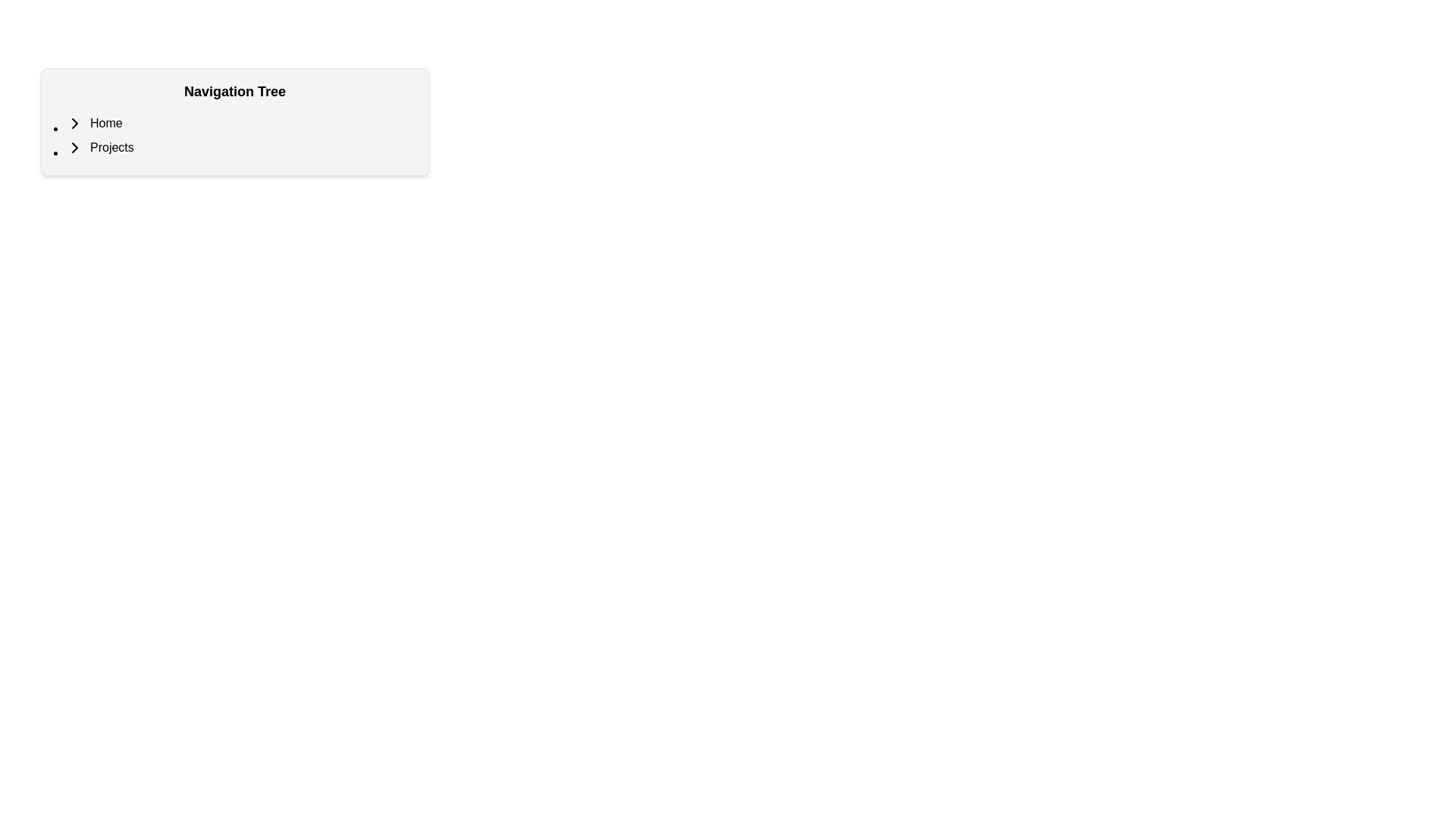 This screenshot has width=1456, height=819. I want to click on the chevron icon button, which is styled with a minimalist design and located to the left of the 'Home' text in the navigation tree, so click(74, 122).